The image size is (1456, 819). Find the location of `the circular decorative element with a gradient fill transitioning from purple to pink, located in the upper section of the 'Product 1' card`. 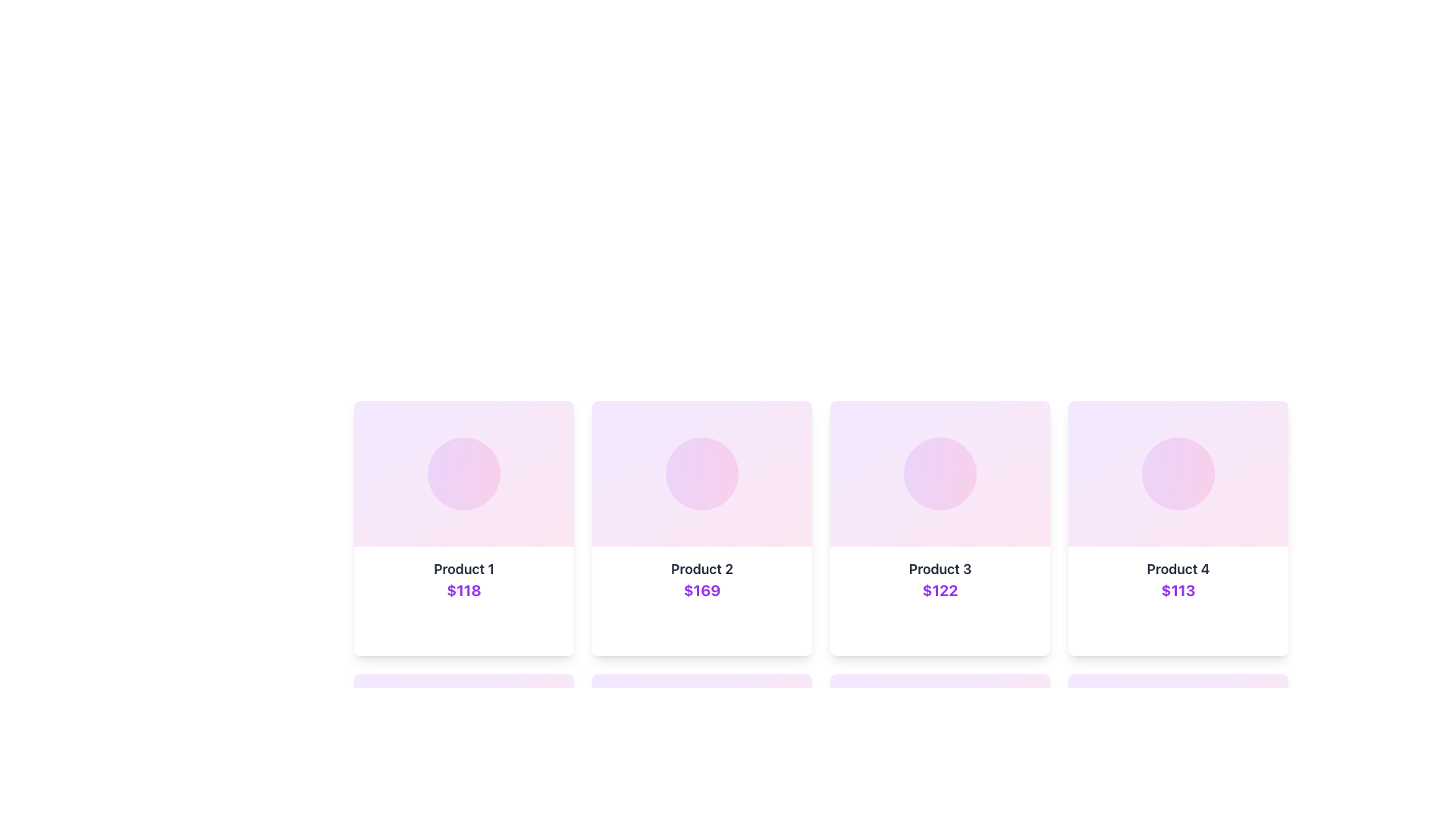

the circular decorative element with a gradient fill transitioning from purple to pink, located in the upper section of the 'Product 1' card is located at coordinates (463, 472).